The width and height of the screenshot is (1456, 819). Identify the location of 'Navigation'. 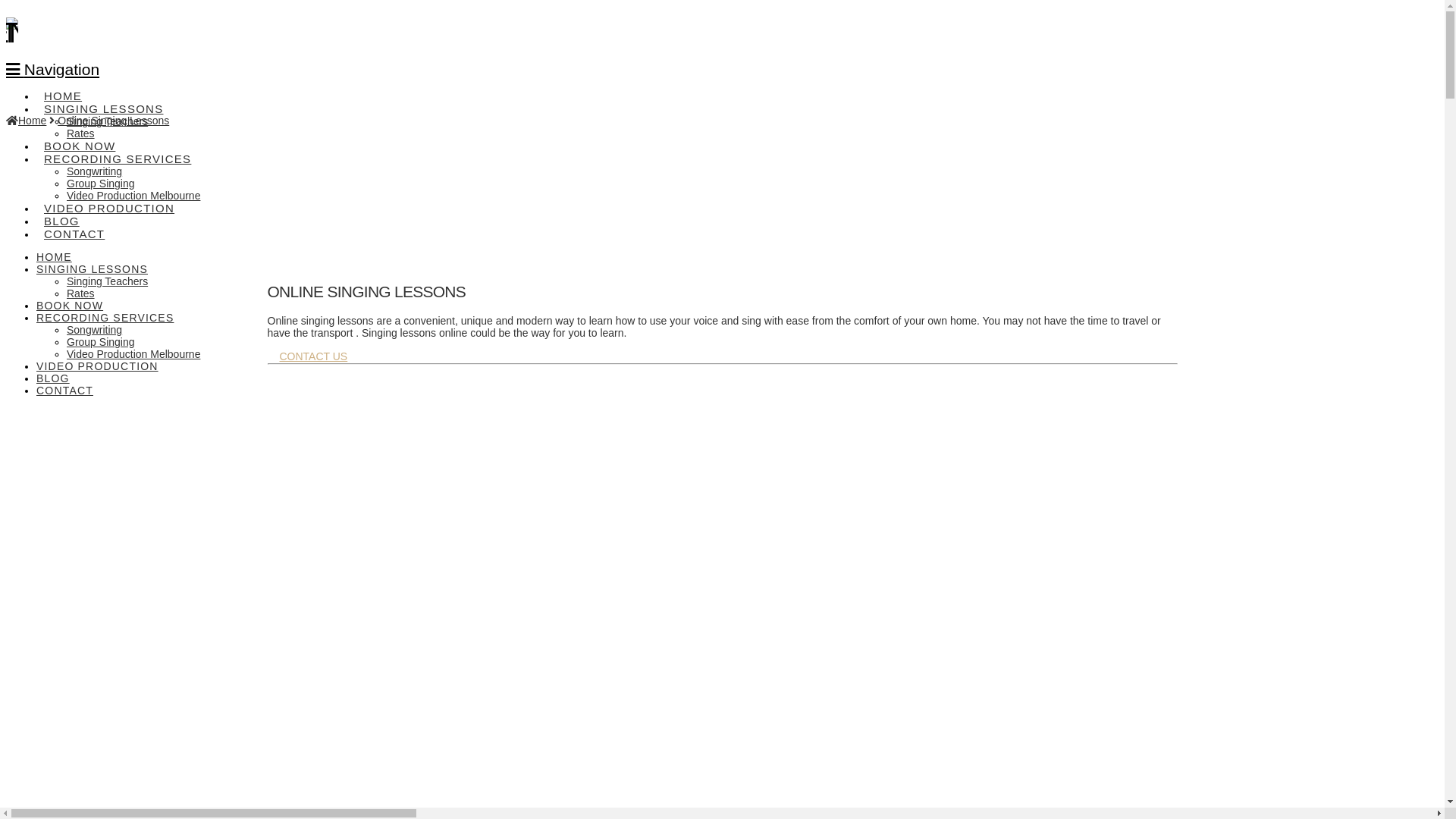
(52, 69).